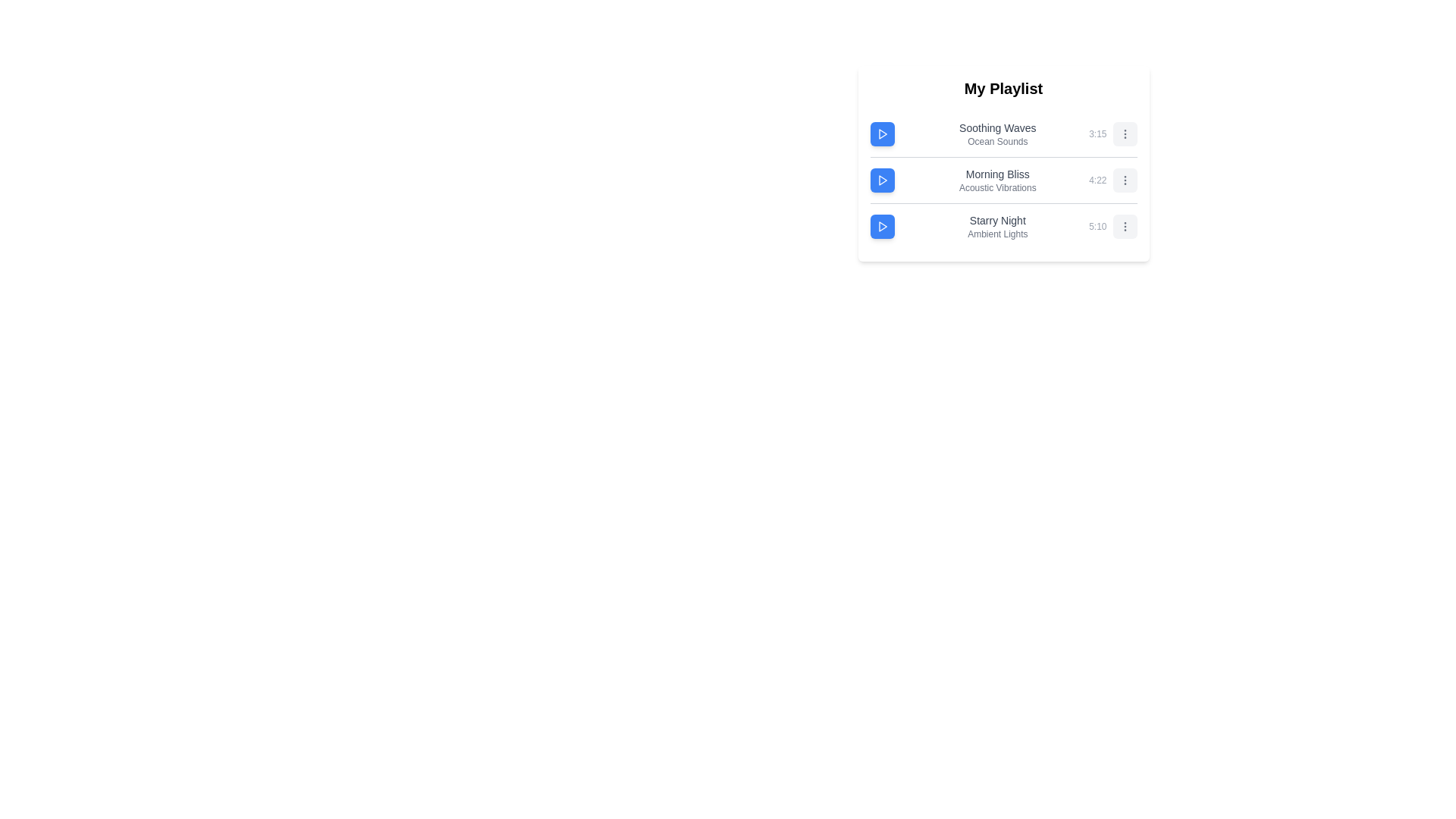  I want to click on the vertical ellipsis icon button located at the far right end of the 'Morning Bliss' playlist item, so click(1125, 180).